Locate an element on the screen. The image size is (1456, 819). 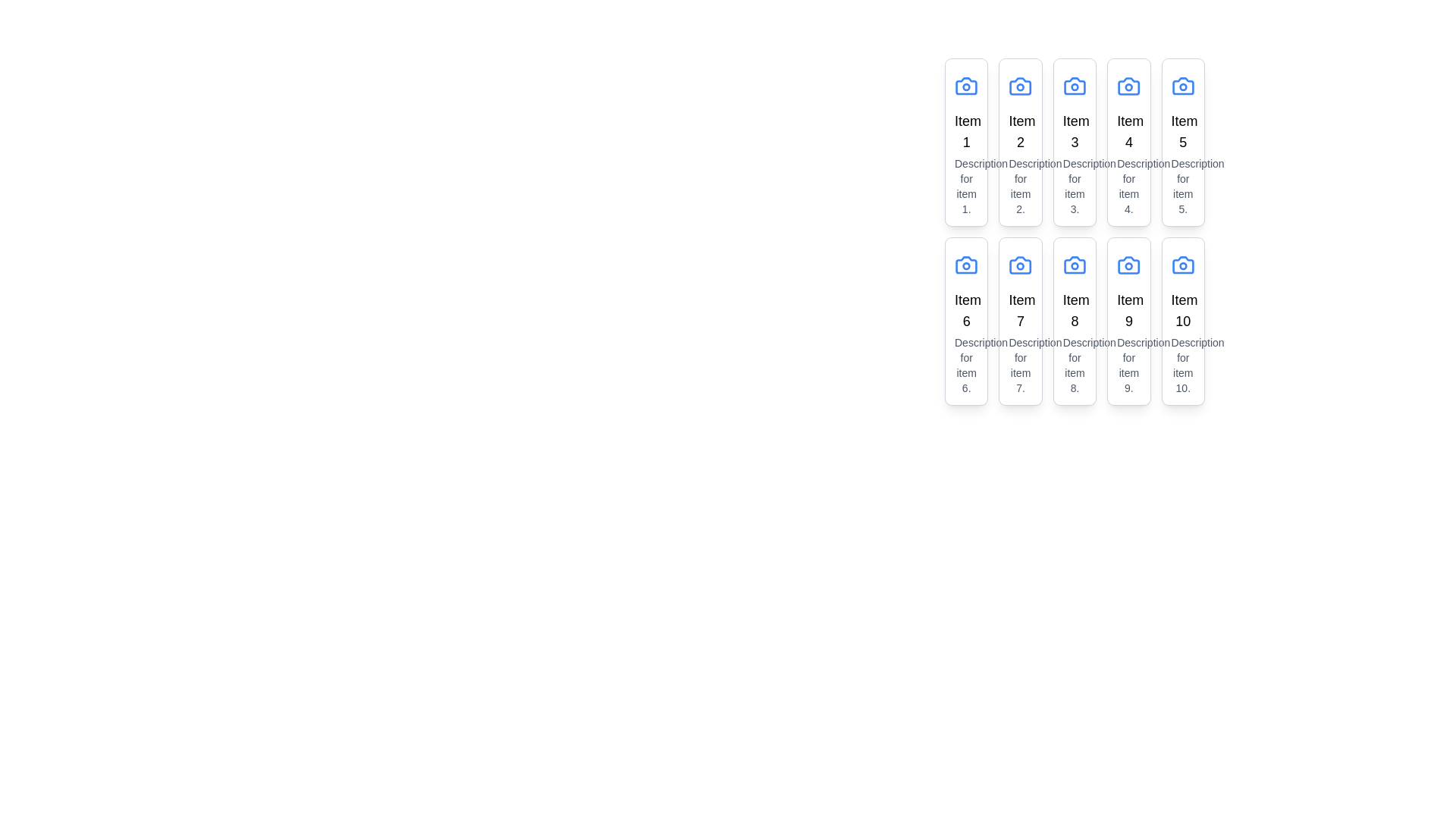
text label that states 'Description for item 6.' located below the title 'Item 6' in the card for 'Item 6' is located at coordinates (965, 366).